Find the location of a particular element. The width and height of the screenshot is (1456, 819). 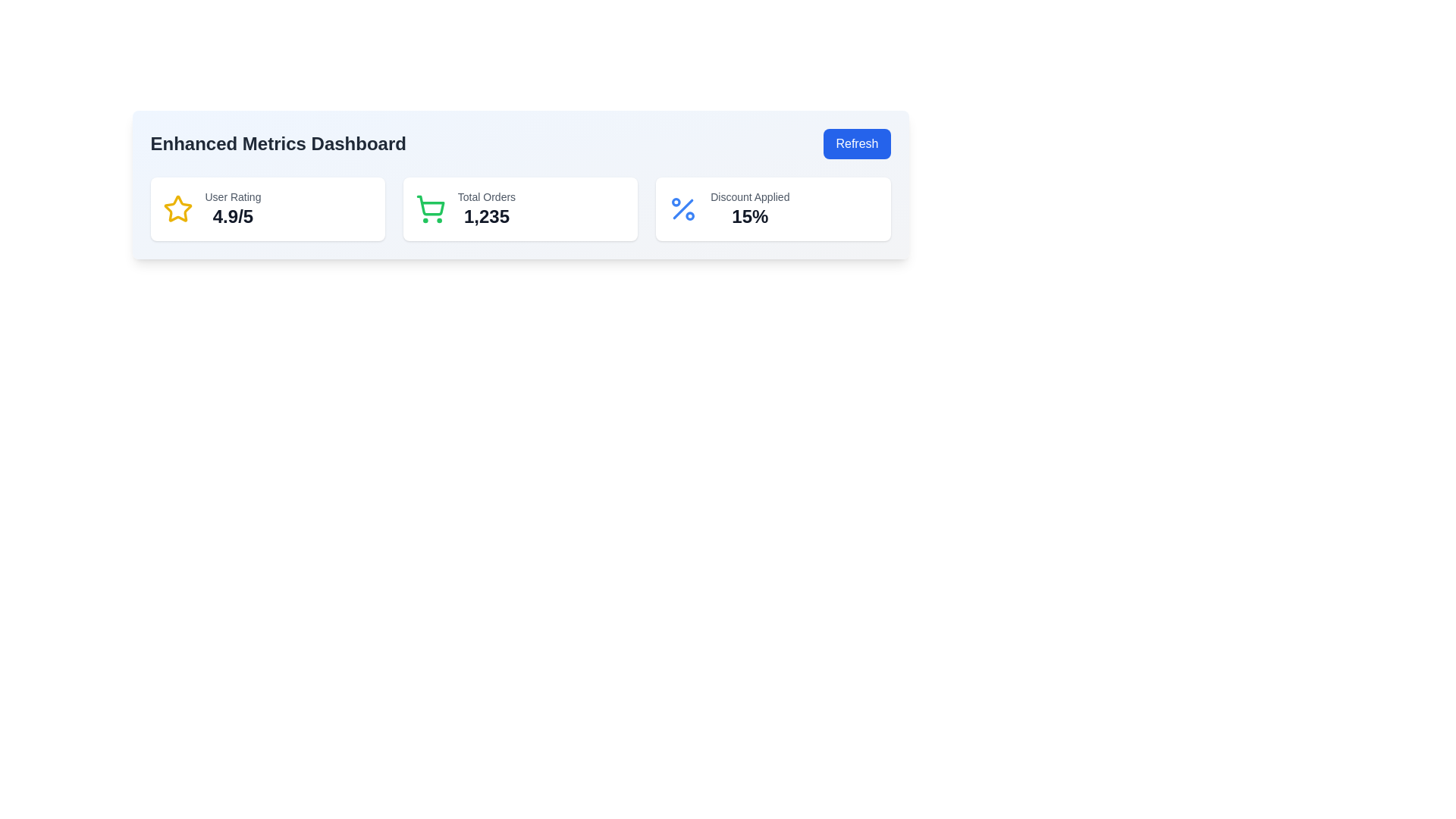

the discount icon located on the left side of the 'Discount Applied' card, which is the third card in a row of three cards on the dashboard is located at coordinates (682, 209).